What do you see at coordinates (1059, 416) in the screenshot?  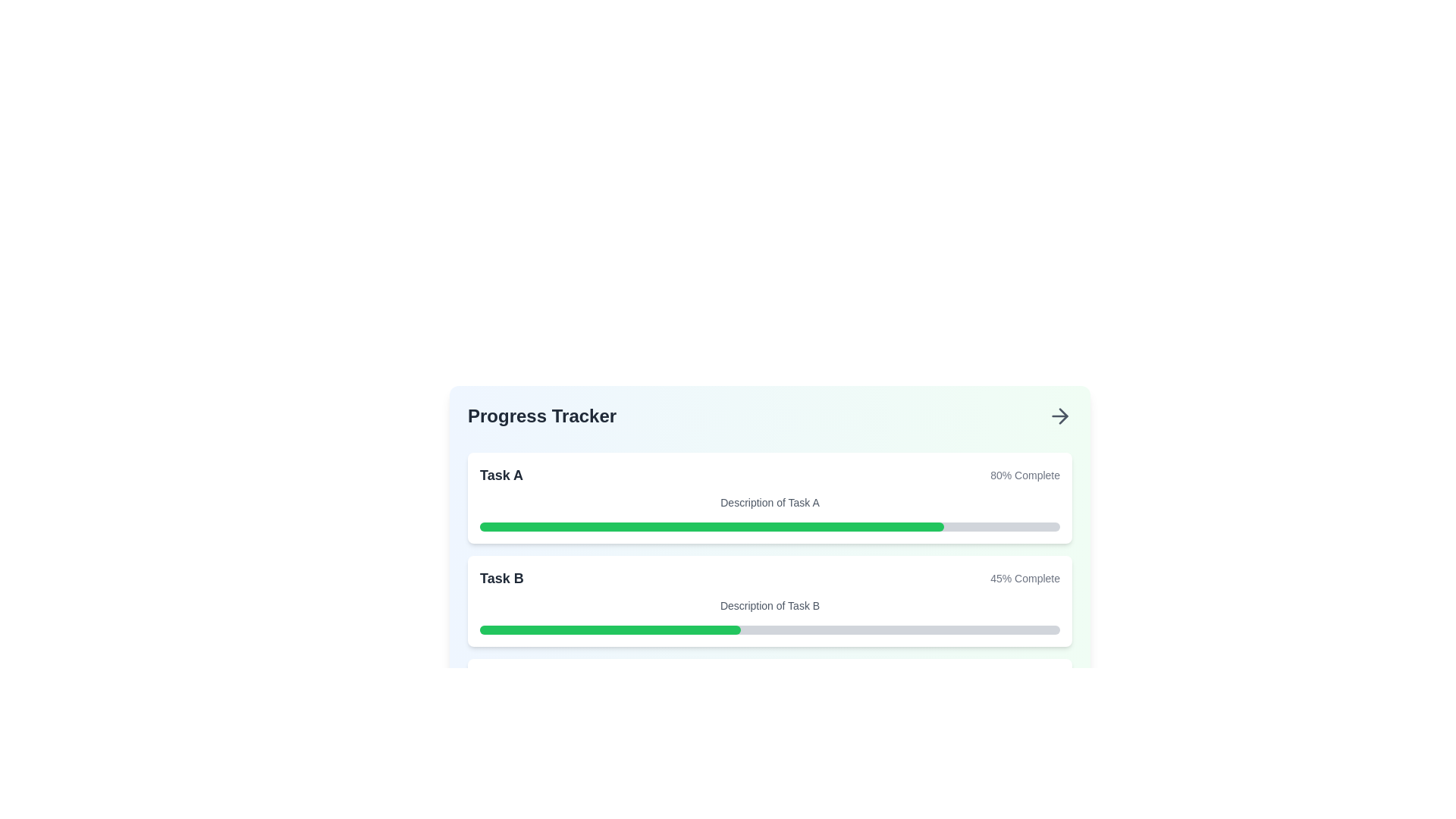 I see `the arrow icon located to the right of the 'Progress Tracker' header` at bounding box center [1059, 416].